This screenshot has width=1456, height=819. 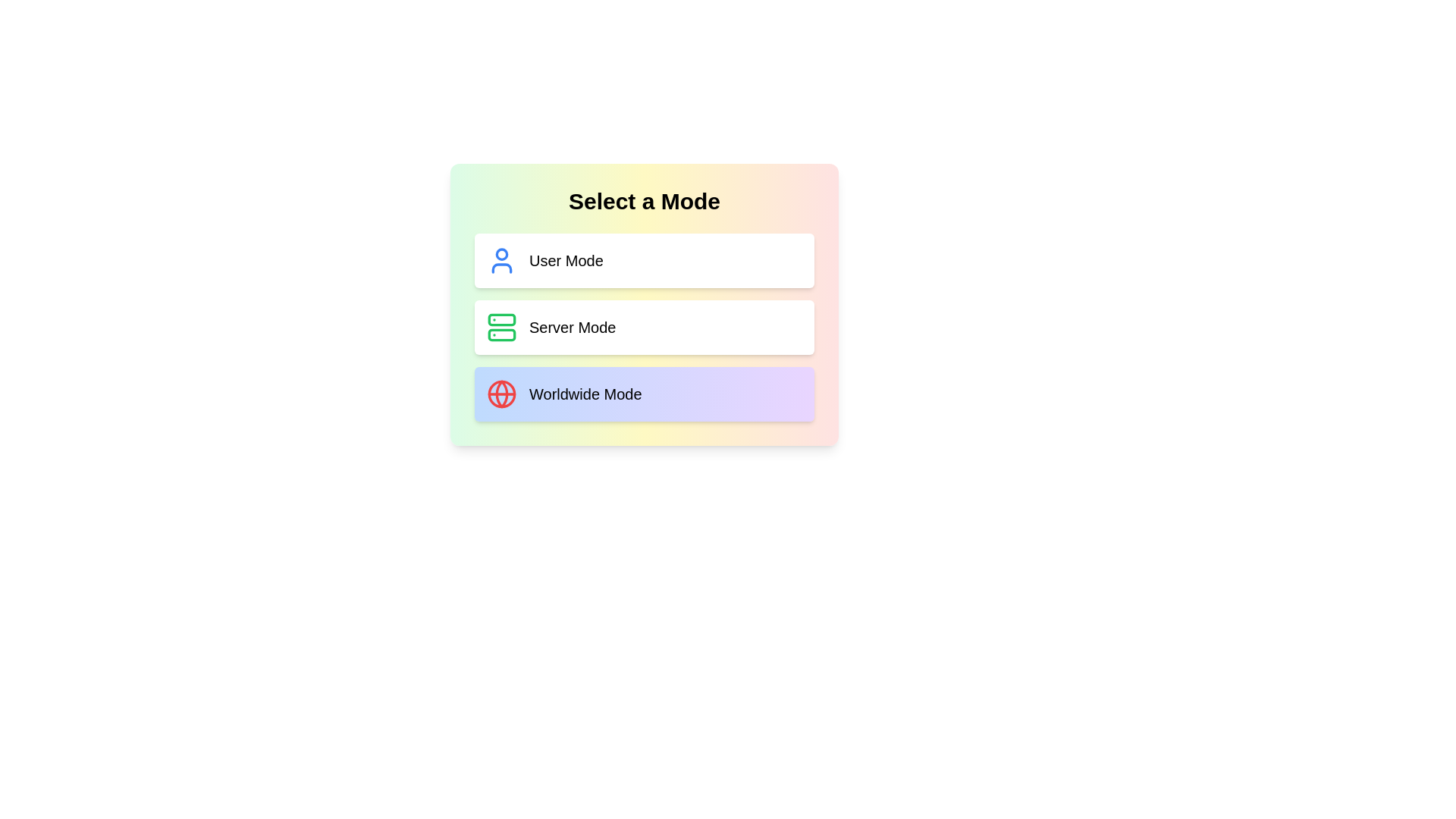 I want to click on bottom part of the user icon, specifically the shoulders or torso section, which is styled with a rounded rectangular boundary and blue accents, located in the topmost option labeled 'User Mode', so click(x=502, y=268).